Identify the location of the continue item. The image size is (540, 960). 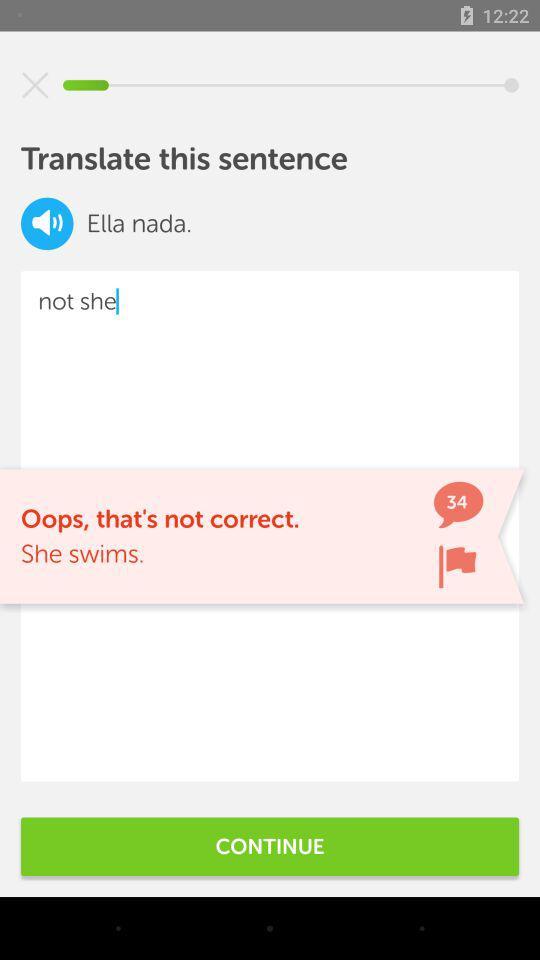
(270, 845).